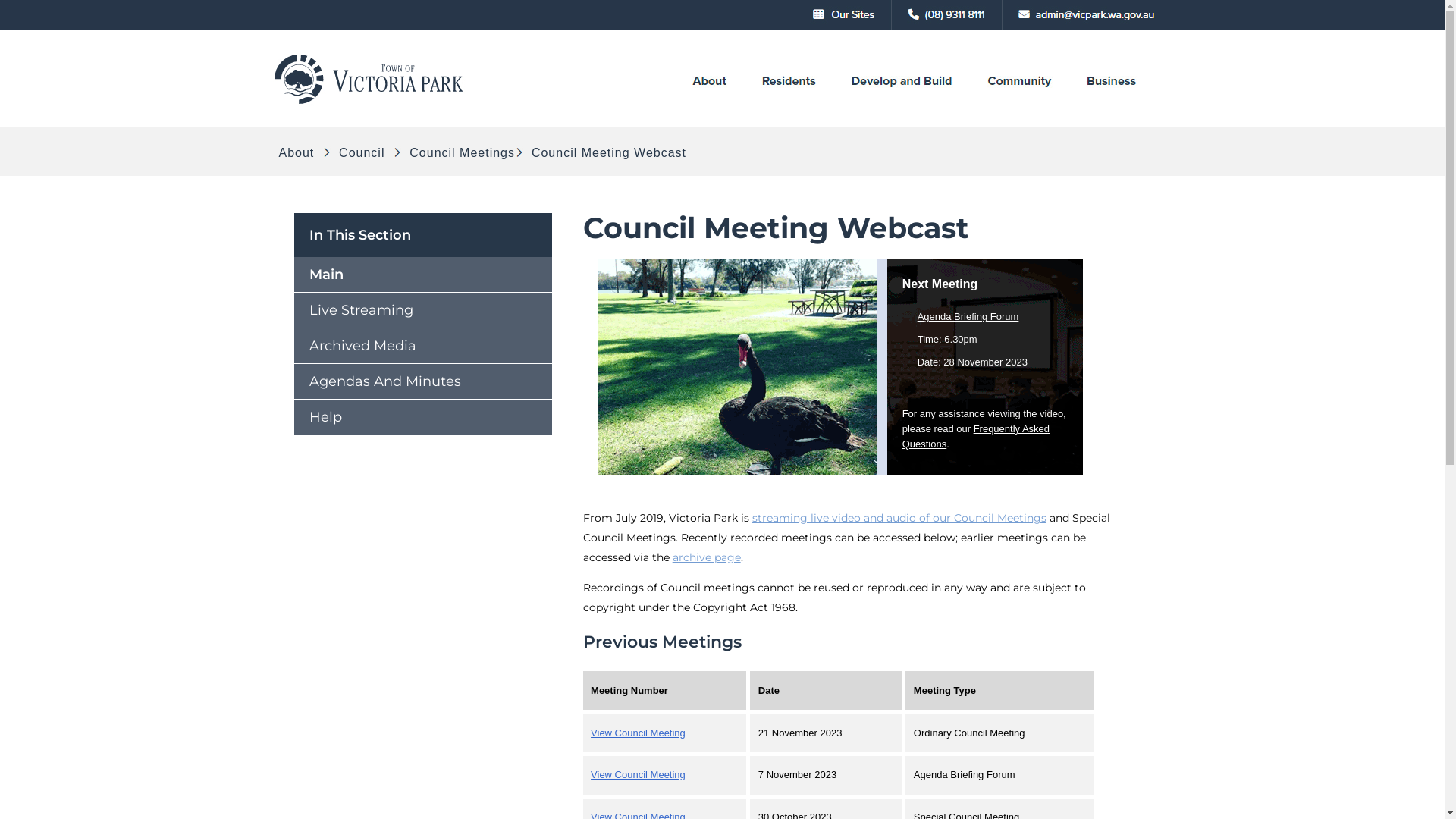  Describe the element at coordinates (422, 417) in the screenshot. I see `'Help'` at that location.